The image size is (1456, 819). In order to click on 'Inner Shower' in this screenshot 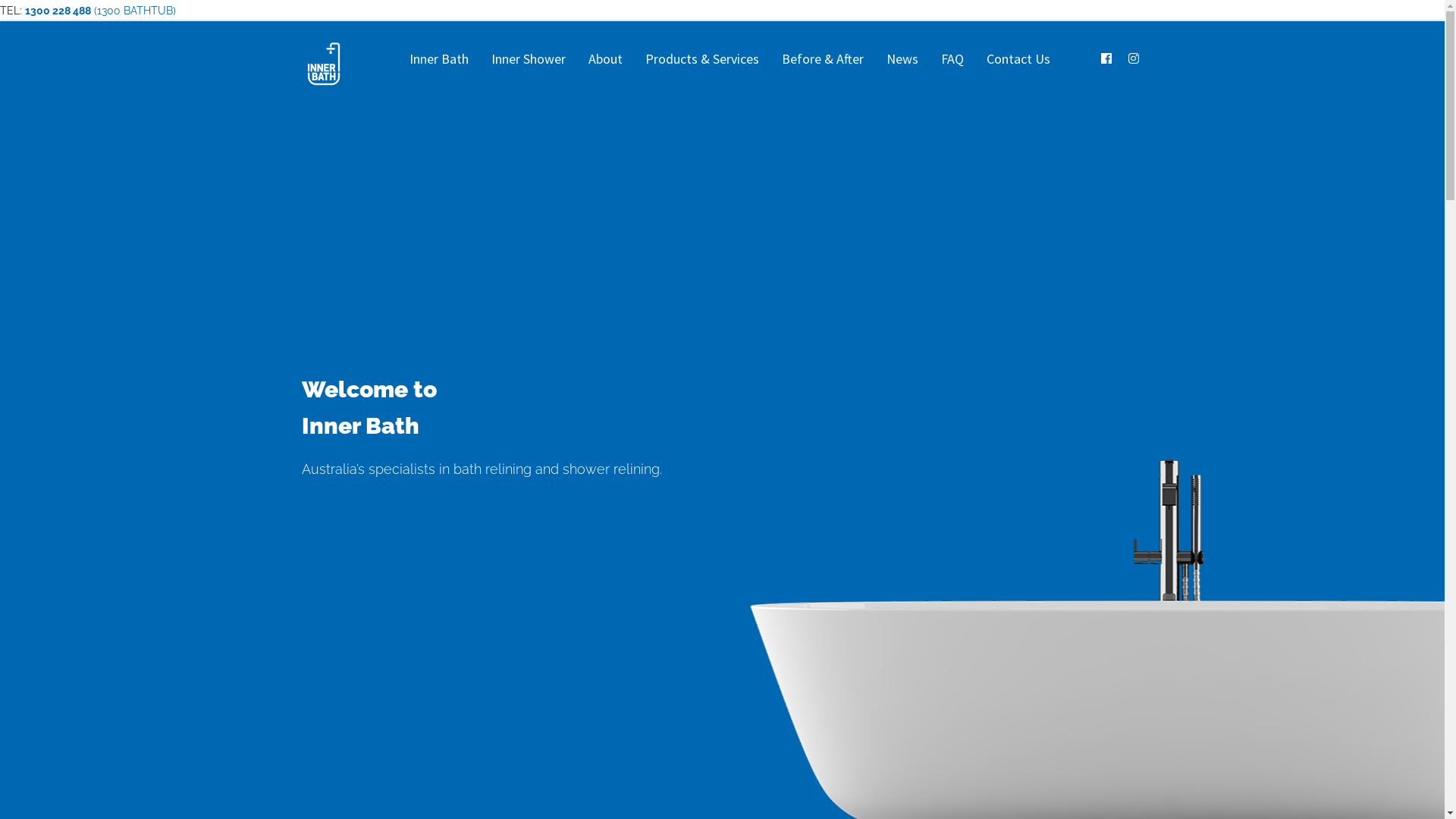, I will do `click(528, 58)`.